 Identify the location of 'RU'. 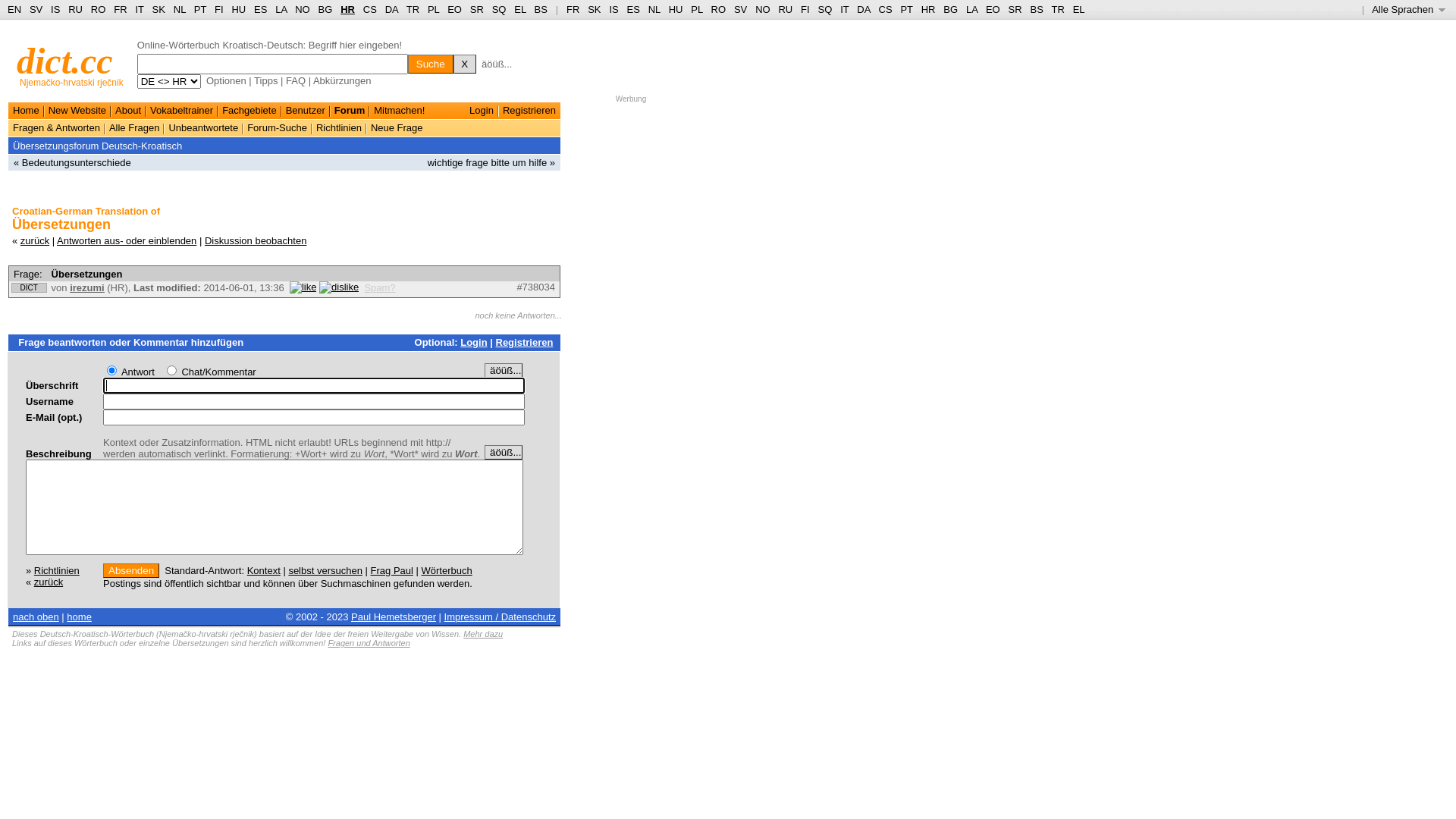
(785, 9).